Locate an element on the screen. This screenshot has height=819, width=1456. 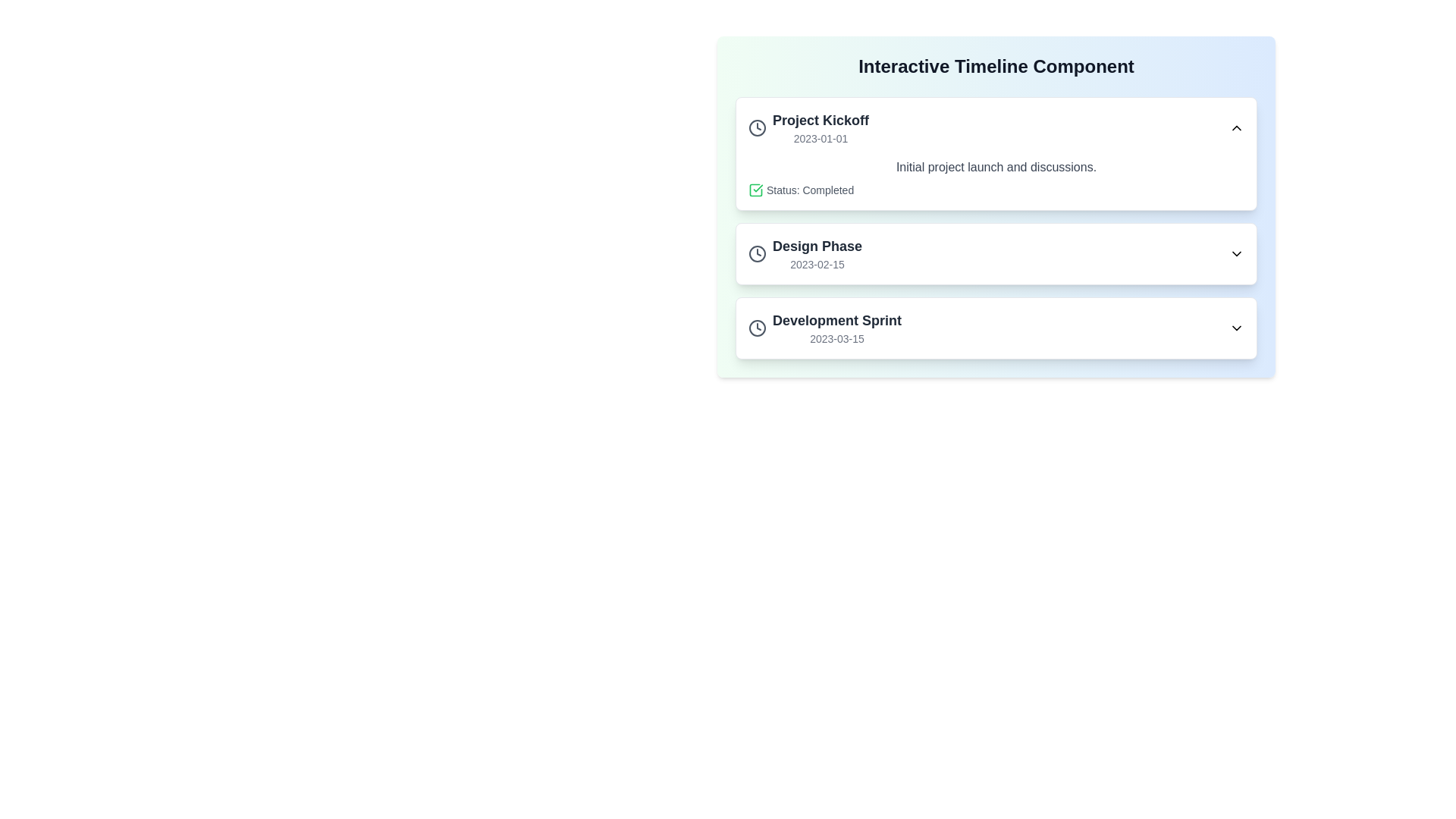
the chevron-down icon of the Dropdown toggle button located at the far right end of the 'Development Sprint' section is located at coordinates (1237, 327).